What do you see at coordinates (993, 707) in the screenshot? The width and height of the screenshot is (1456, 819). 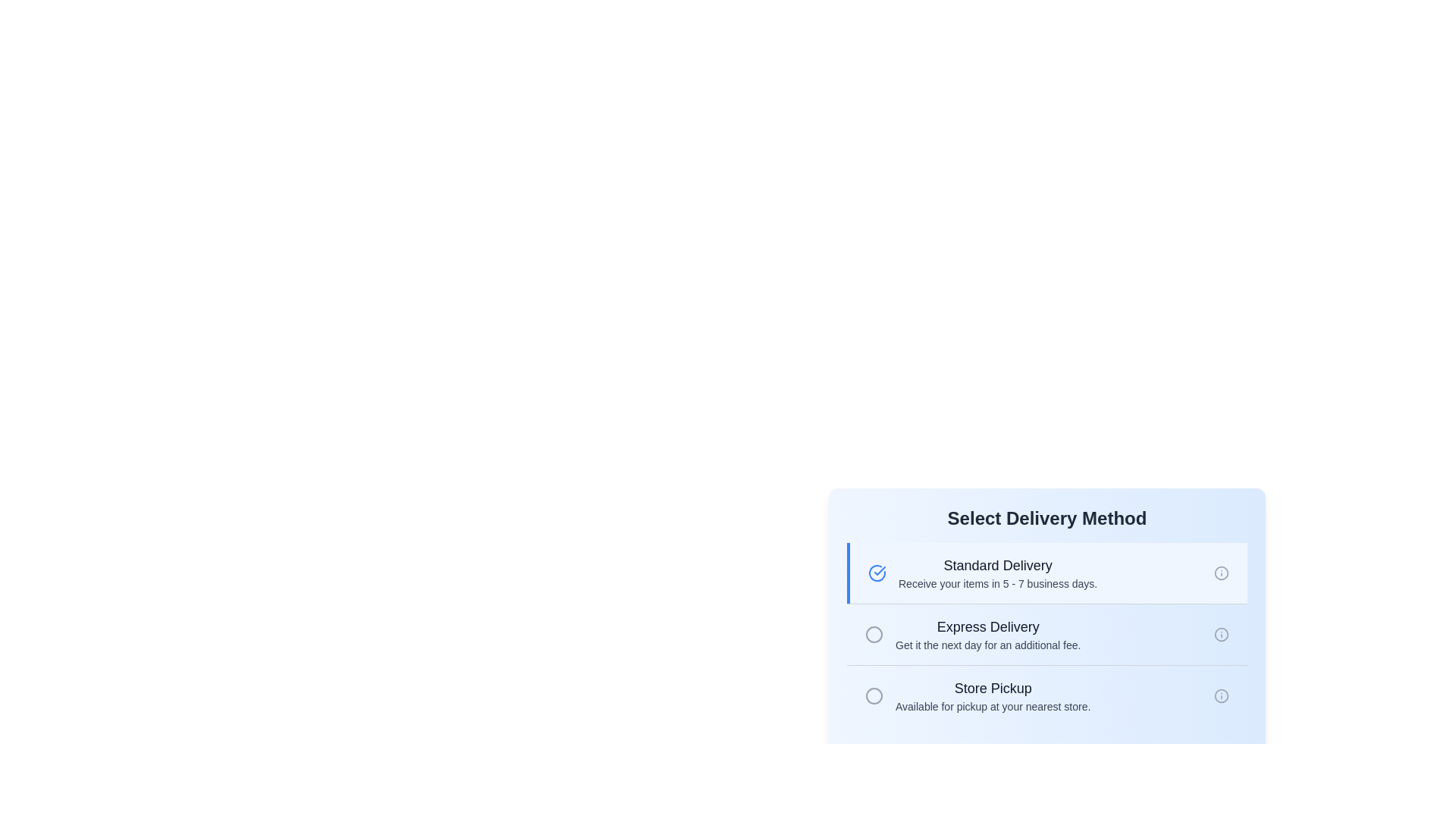 I see `the text label reading 'Available for pickup at your nearest store.' which is styled in gray and positioned below the 'Store Pickup' option` at bounding box center [993, 707].